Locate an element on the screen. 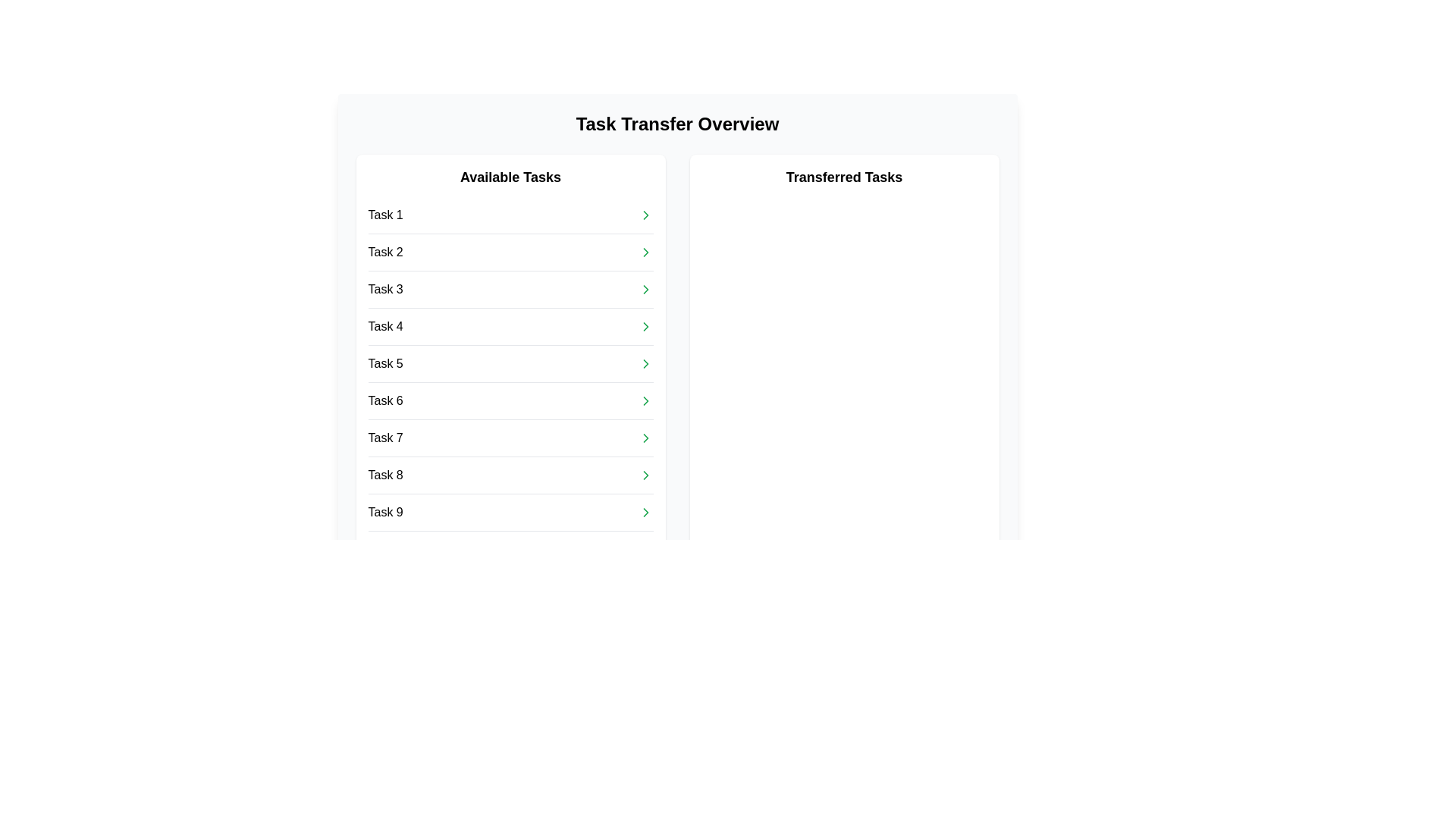 The height and width of the screenshot is (819, 1456). the right-pointing chevron icon located to the right of the 'Task 5' text in the 'Available Tasks' section is located at coordinates (645, 363).